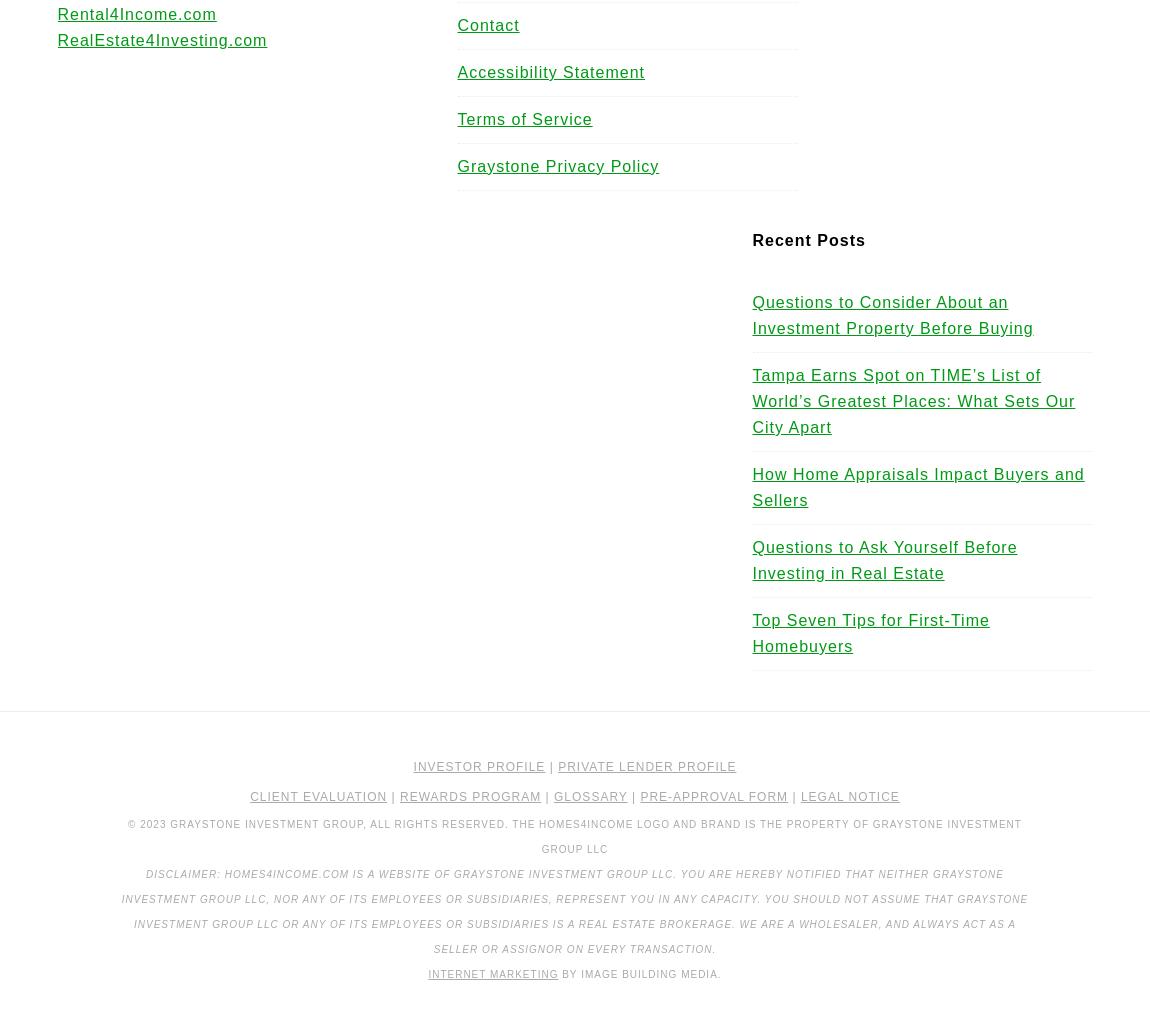 The image size is (1150, 1023). Describe the element at coordinates (913, 401) in the screenshot. I see `'Tampa Earns Spot on TIME’s List of World’s Greatest Places: What Sets Our City Apart'` at that location.